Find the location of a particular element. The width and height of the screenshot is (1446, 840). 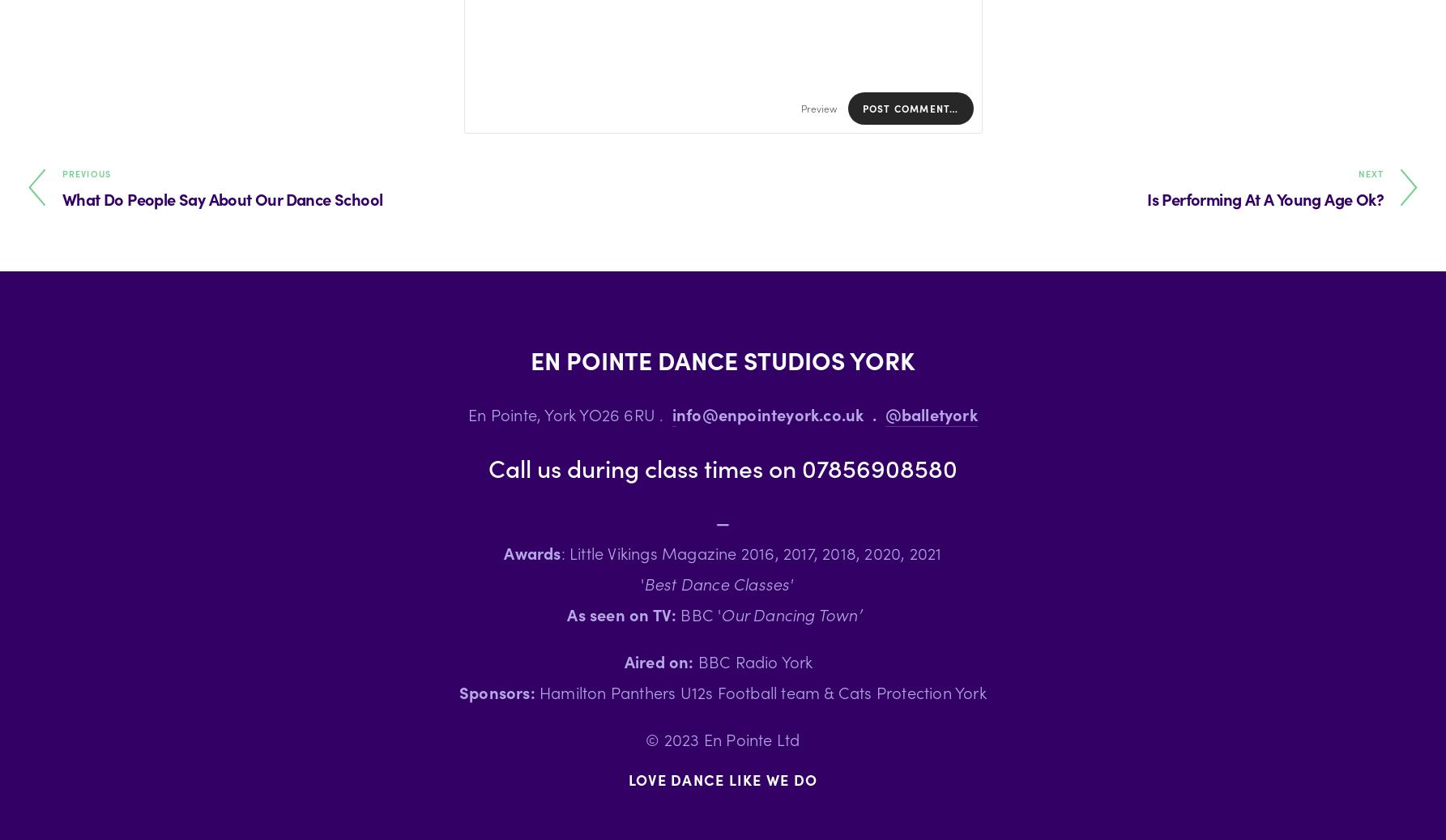

'Sponsors:' is located at coordinates (499, 691).